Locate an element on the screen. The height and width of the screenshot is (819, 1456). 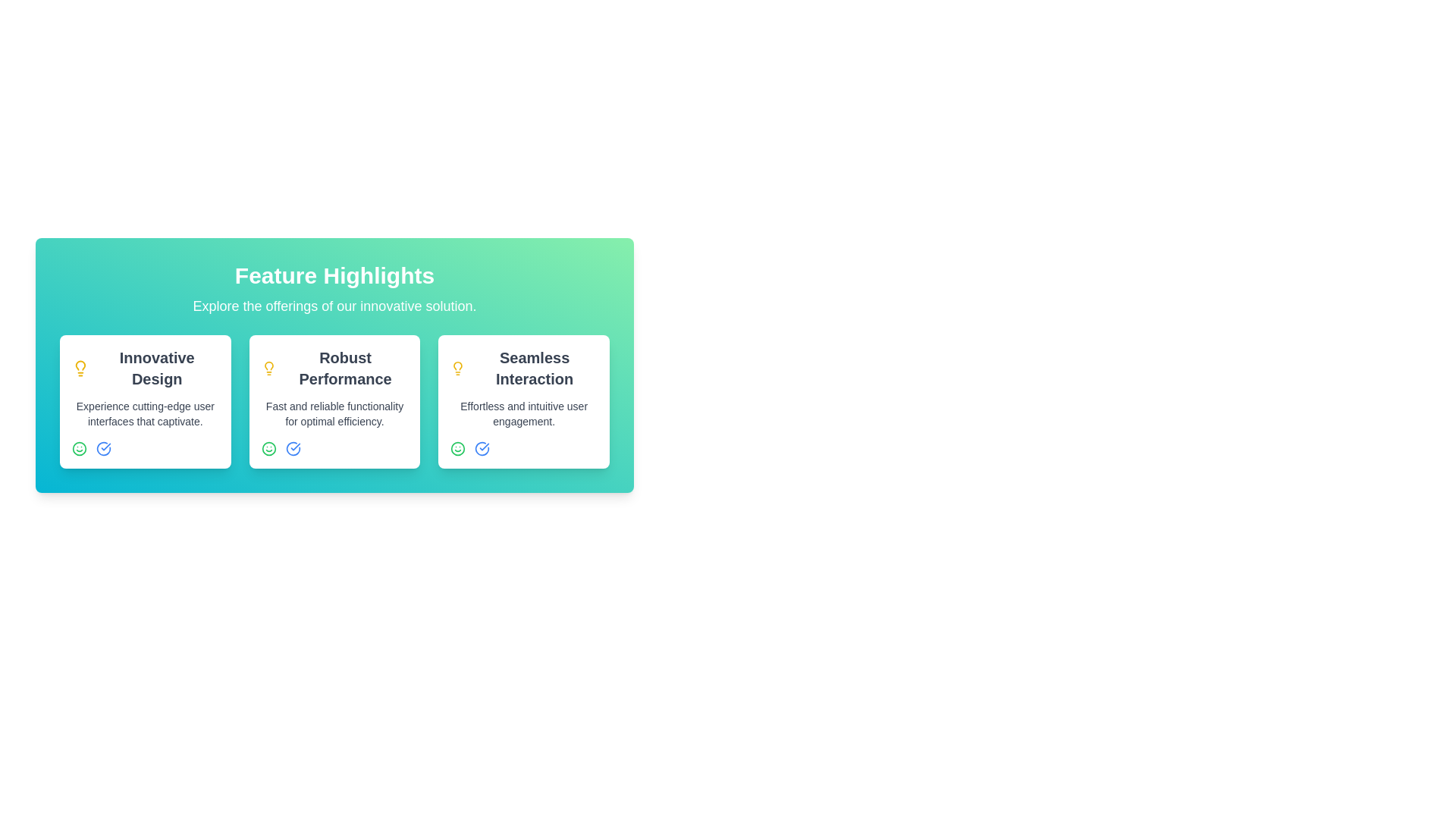
the prominent heading at the center-top of the interface is located at coordinates (334, 275).